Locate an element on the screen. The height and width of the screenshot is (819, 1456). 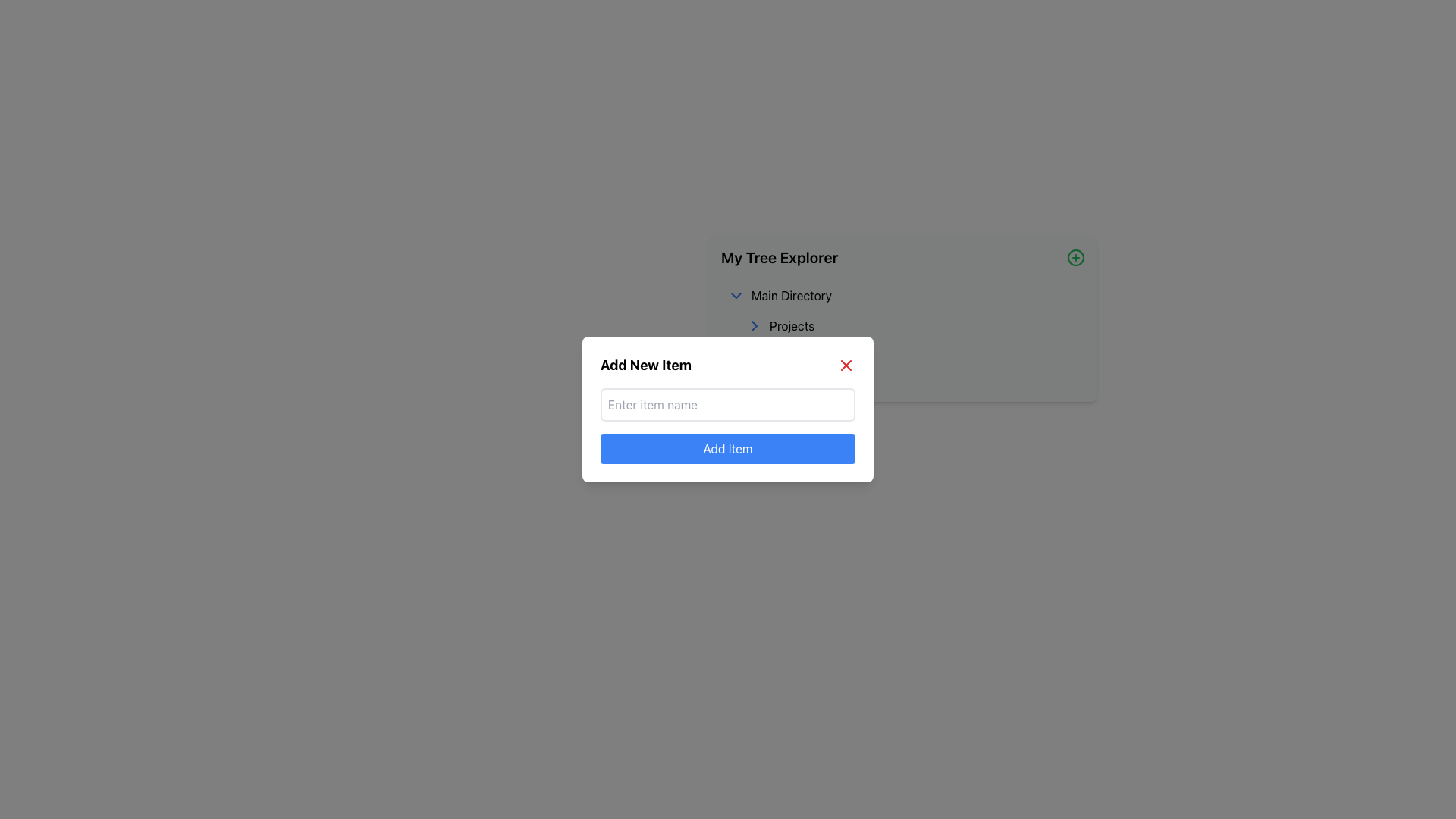
the button located in the top-right corner of the 'My Tree Explorer' section is located at coordinates (1075, 256).